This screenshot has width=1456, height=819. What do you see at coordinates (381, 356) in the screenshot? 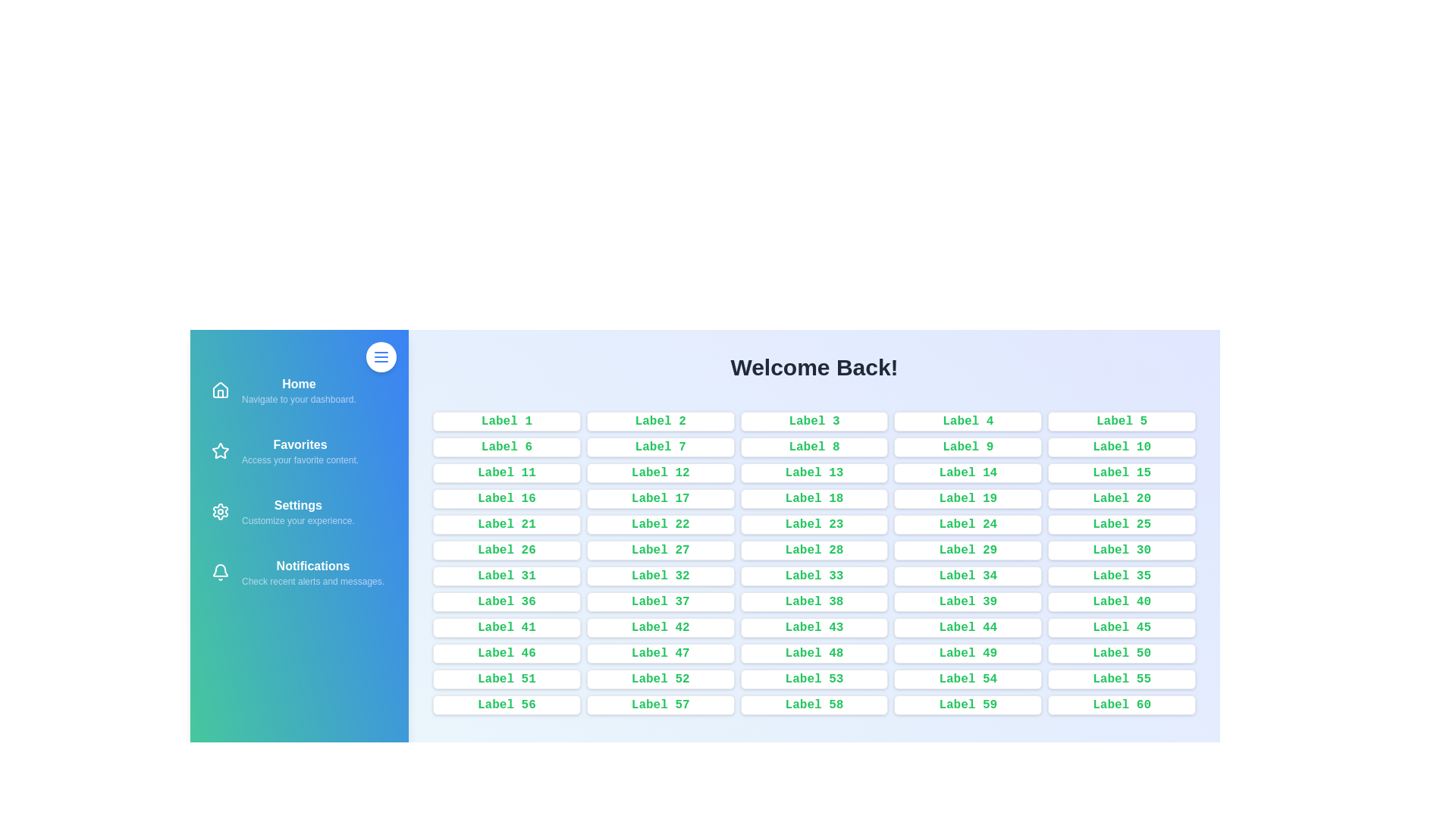
I see `the menu button to toggle the drawer open/closed` at bounding box center [381, 356].